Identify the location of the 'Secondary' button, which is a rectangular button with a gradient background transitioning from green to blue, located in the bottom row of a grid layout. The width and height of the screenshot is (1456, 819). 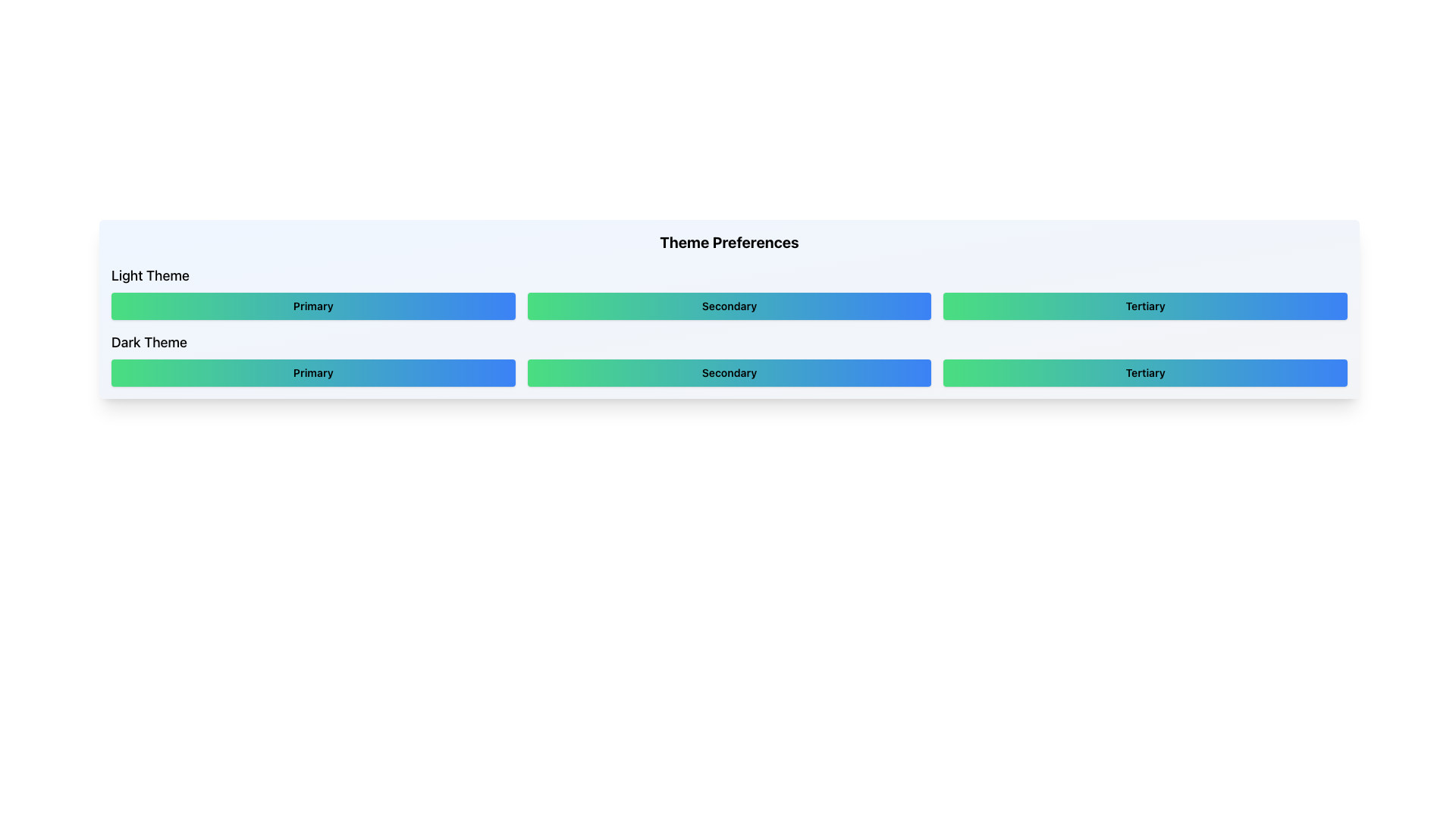
(729, 373).